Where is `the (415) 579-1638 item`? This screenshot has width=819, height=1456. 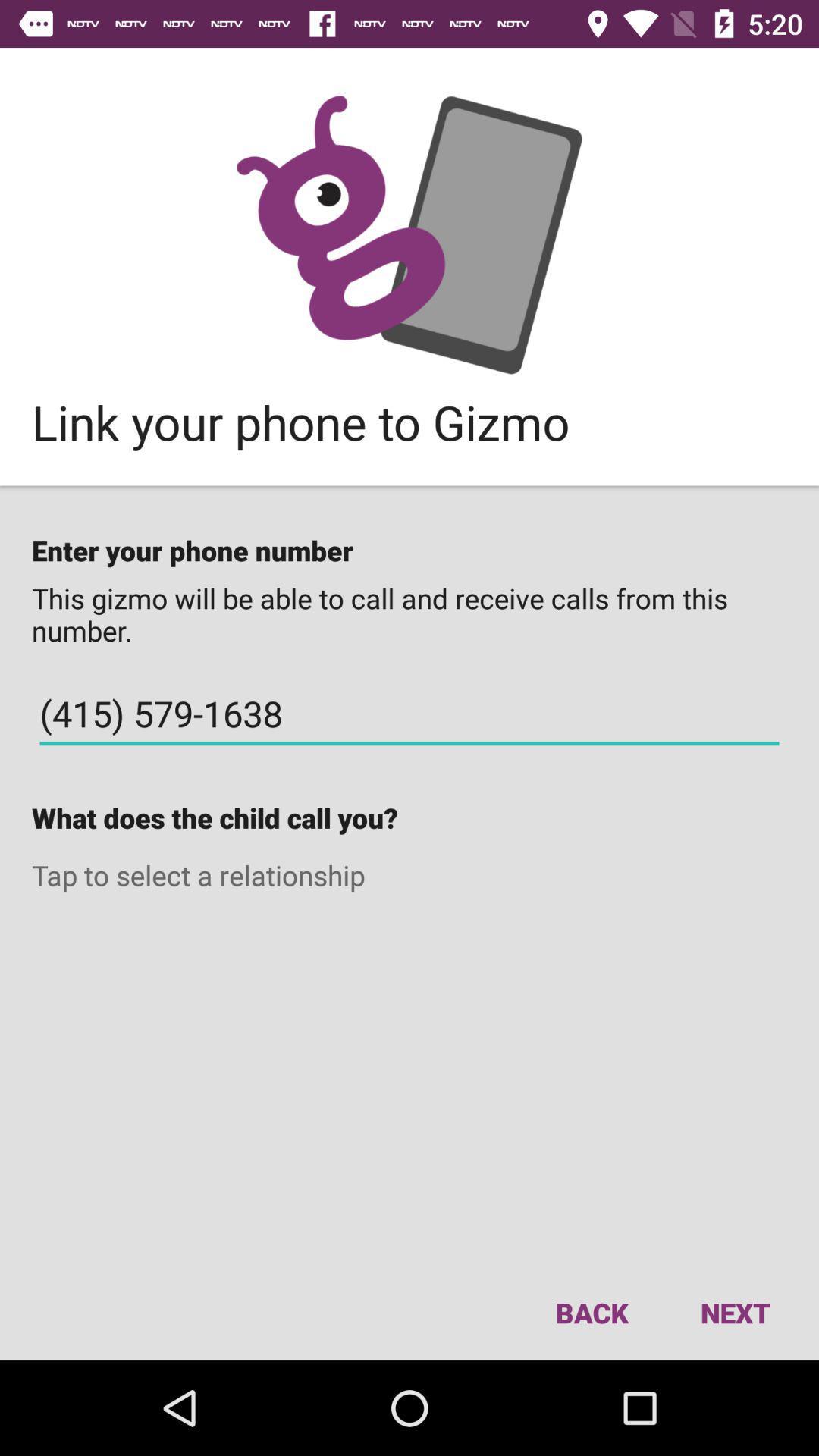 the (415) 579-1638 item is located at coordinates (409, 713).